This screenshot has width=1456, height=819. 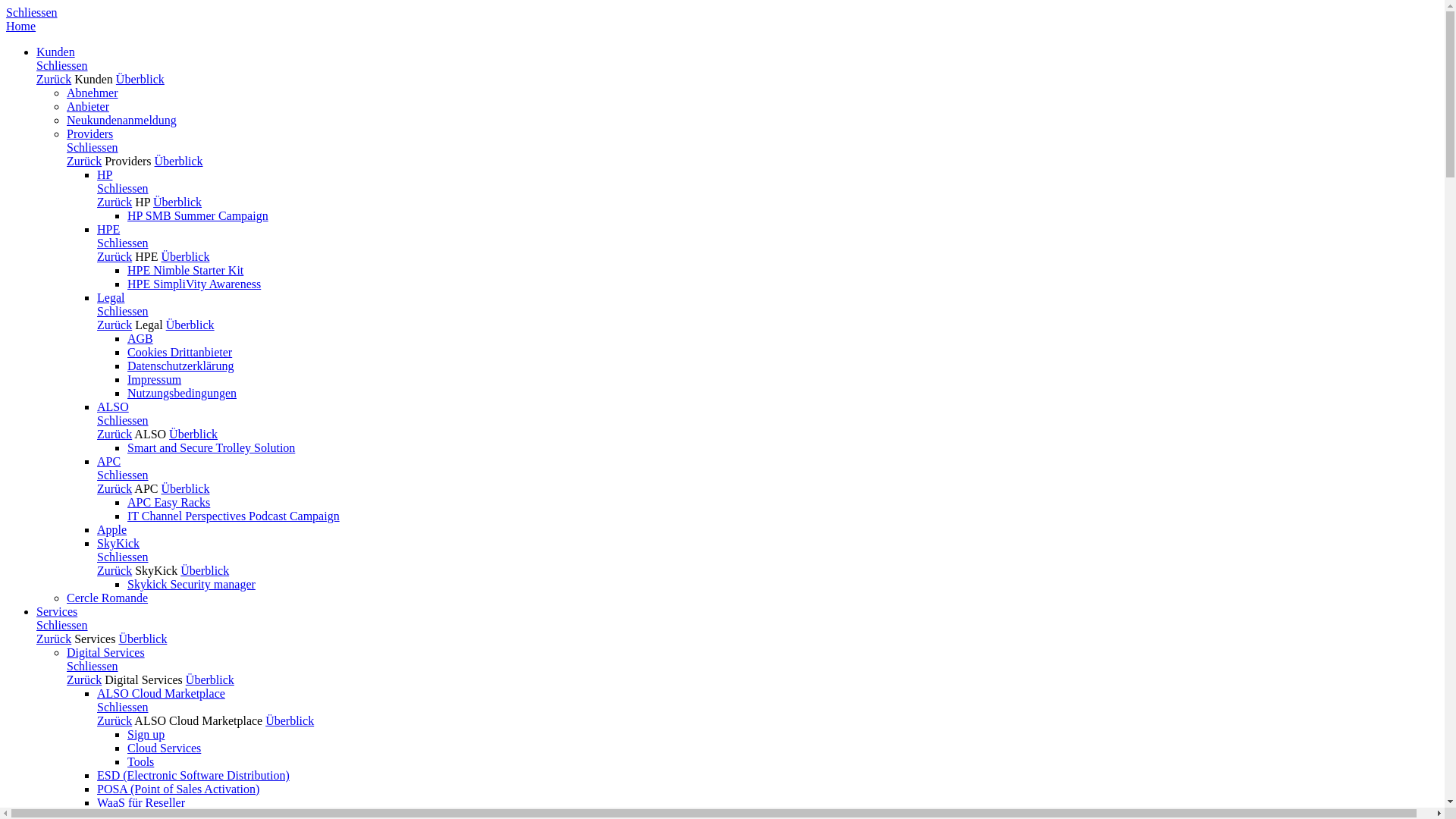 I want to click on 'ALSO', so click(x=149, y=434).